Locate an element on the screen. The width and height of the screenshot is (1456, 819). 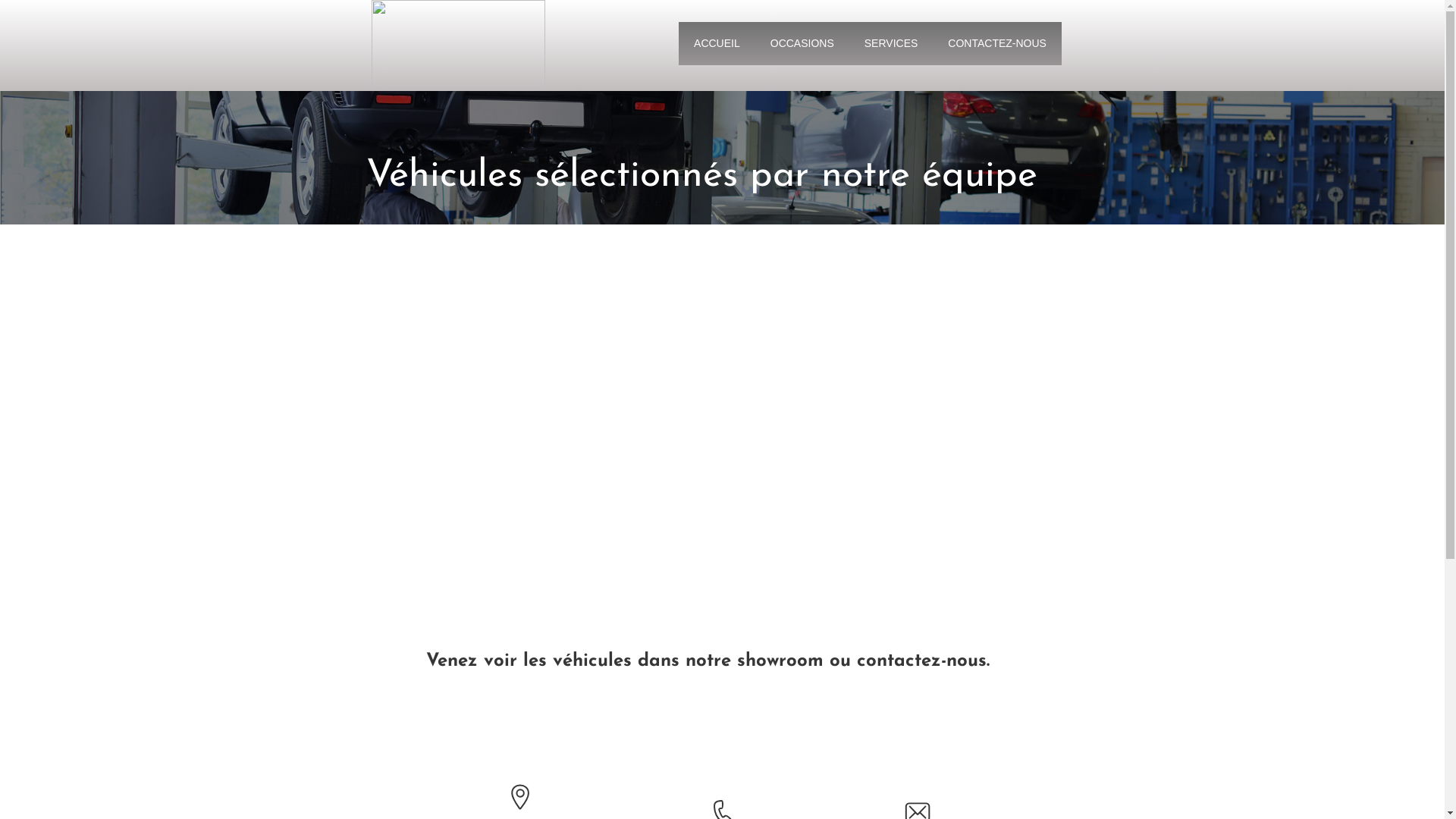
'CONTACTEZ-NOUS' is located at coordinates (997, 42).